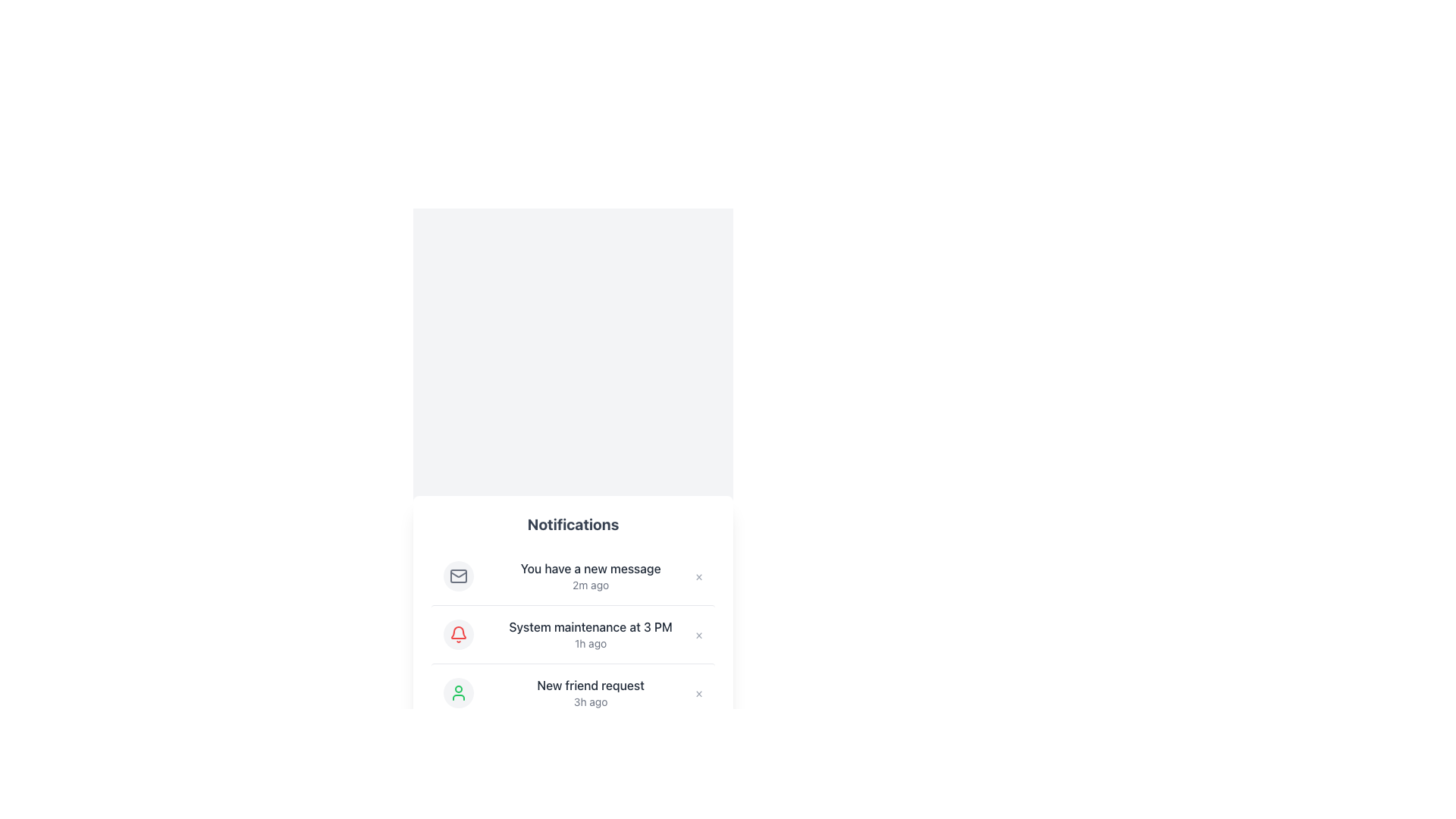 Image resolution: width=1456 pixels, height=819 pixels. I want to click on the static text element that displays a notification message for a new friend request, located within the third notification card in the list, so click(590, 693).